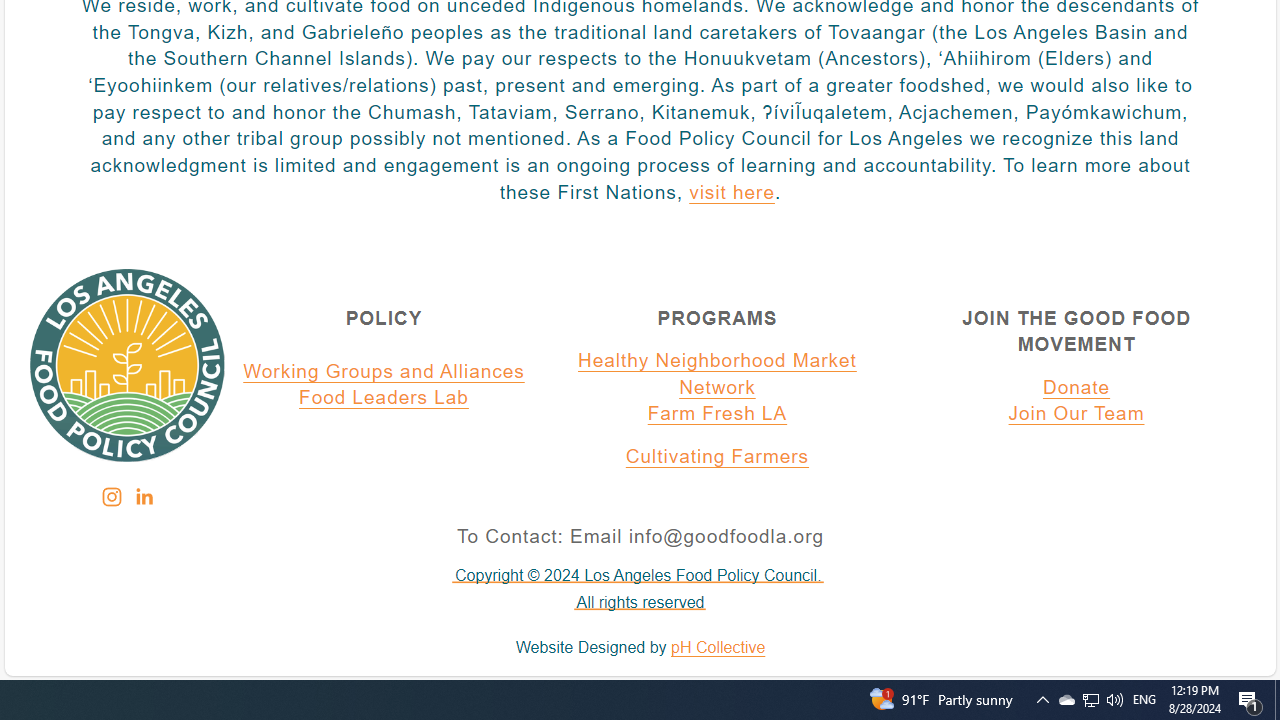  Describe the element at coordinates (718, 648) in the screenshot. I see `'pH Collective'` at that location.